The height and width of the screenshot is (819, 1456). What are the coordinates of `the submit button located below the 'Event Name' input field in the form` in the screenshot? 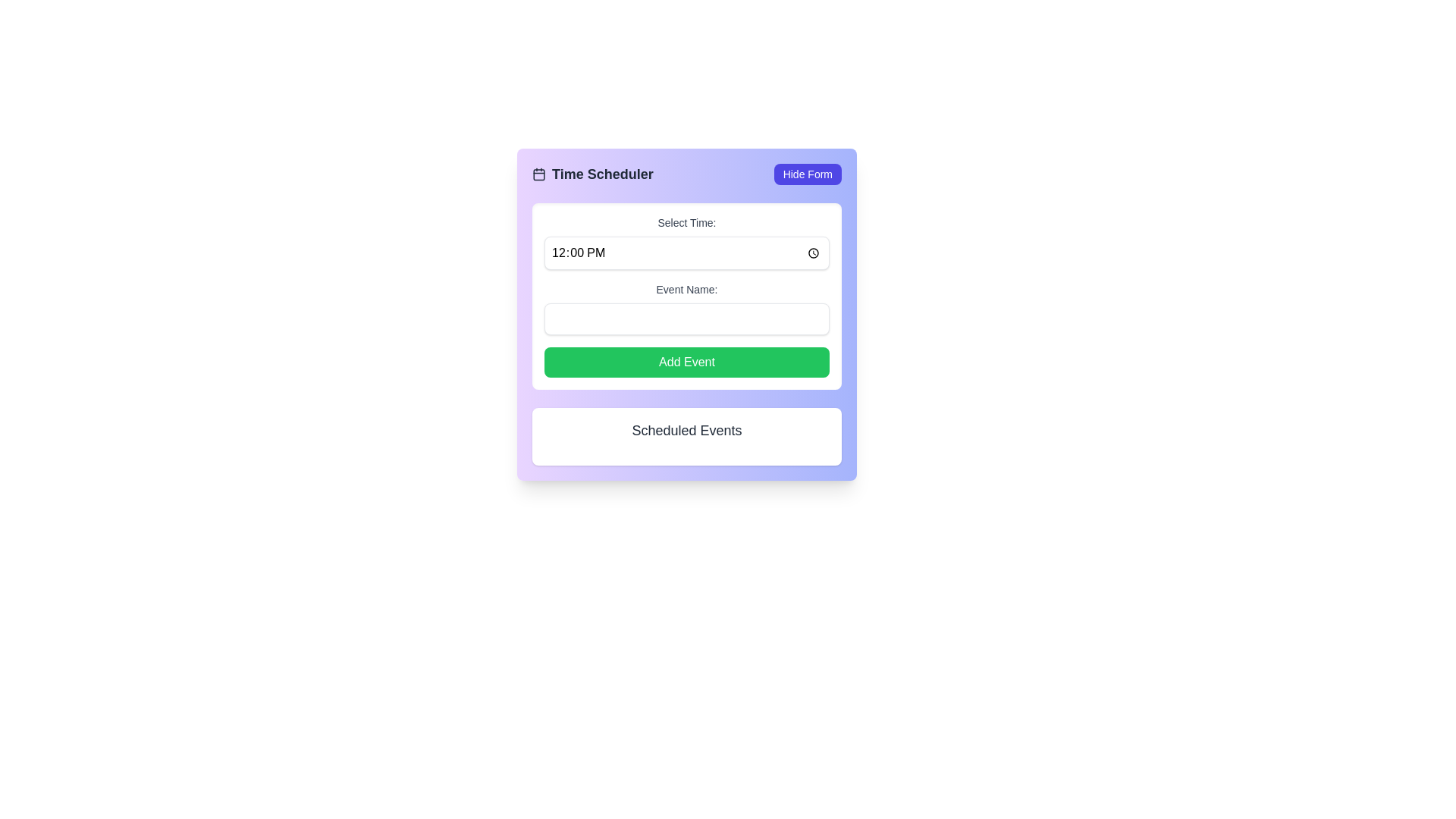 It's located at (686, 362).